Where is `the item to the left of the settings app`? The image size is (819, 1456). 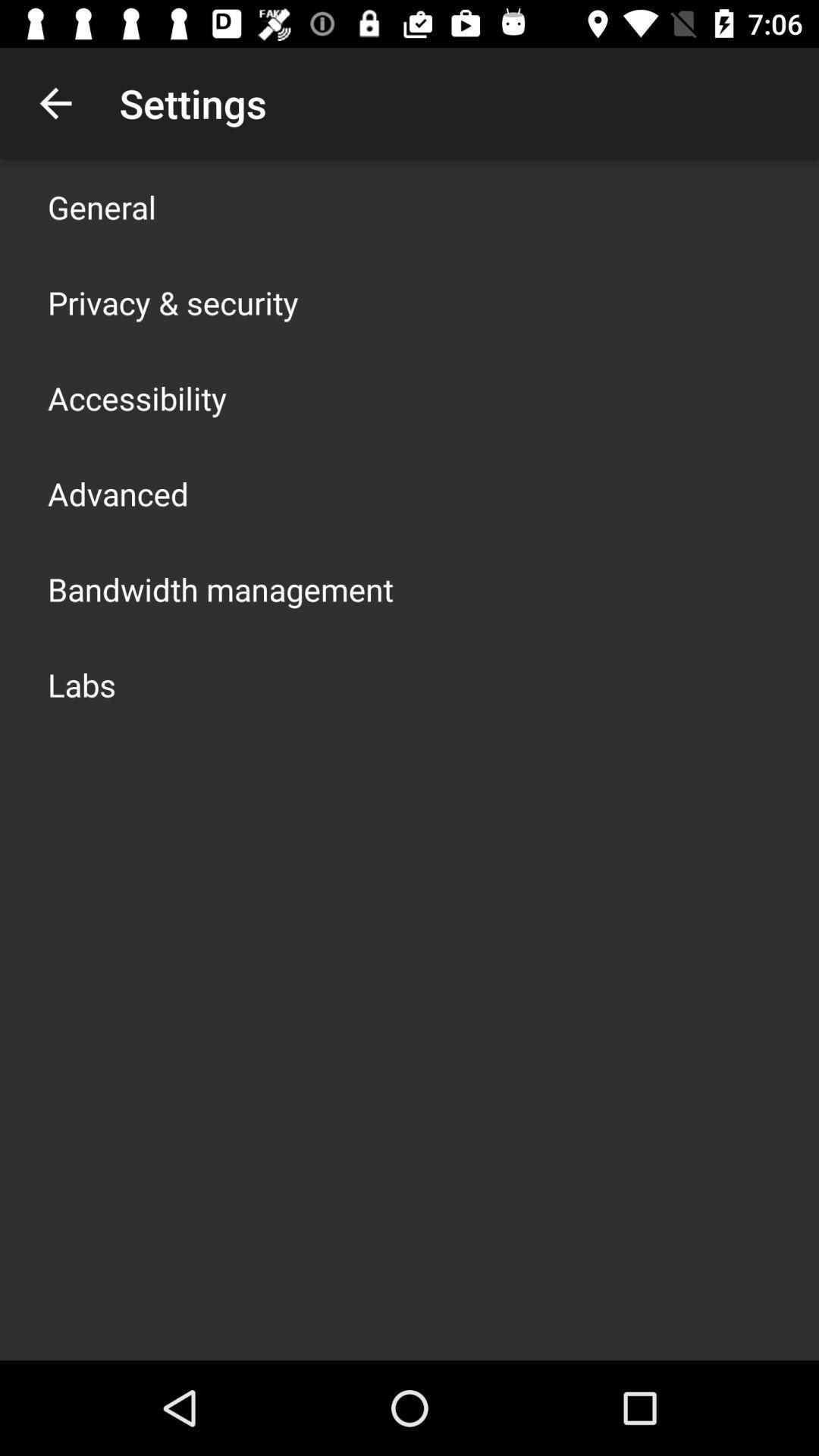 the item to the left of the settings app is located at coordinates (55, 102).